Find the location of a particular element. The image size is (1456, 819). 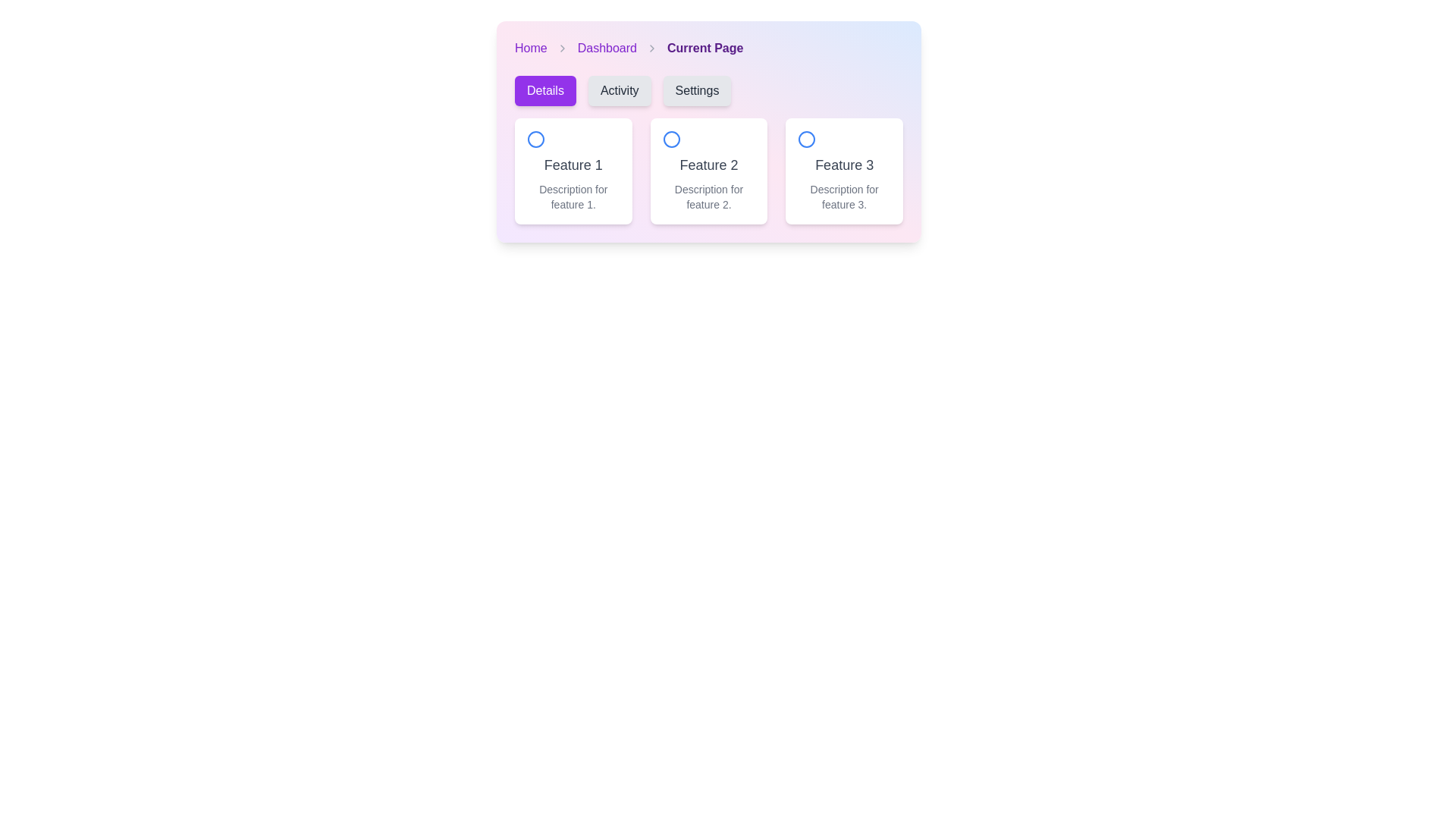

the horizontal button group containing the 'Details', 'Activity', and 'Settings' buttons, where the 'Details' button is currently selected with a purple background is located at coordinates (708, 90).